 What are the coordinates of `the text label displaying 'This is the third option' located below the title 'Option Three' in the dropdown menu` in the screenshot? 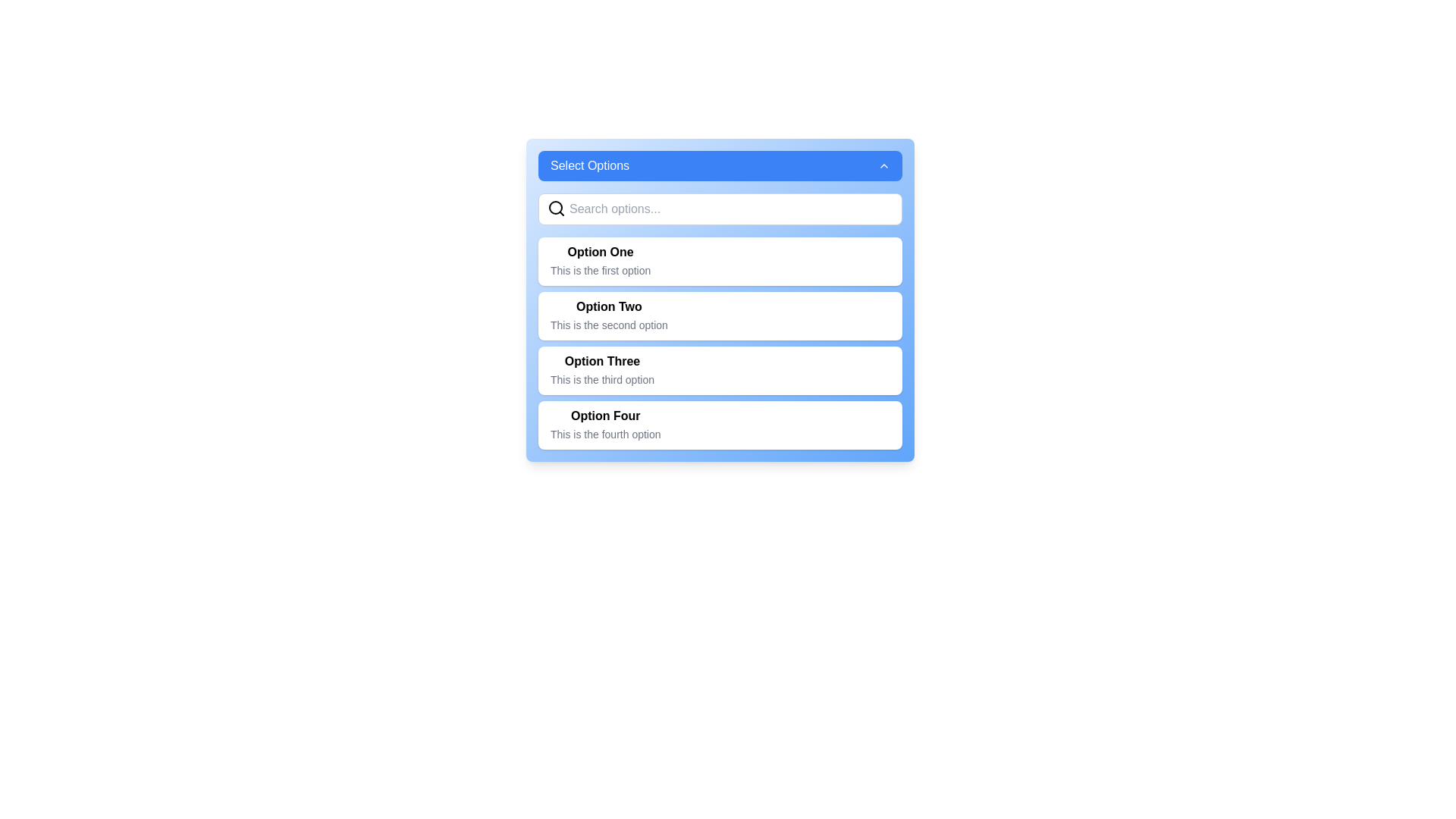 It's located at (601, 379).